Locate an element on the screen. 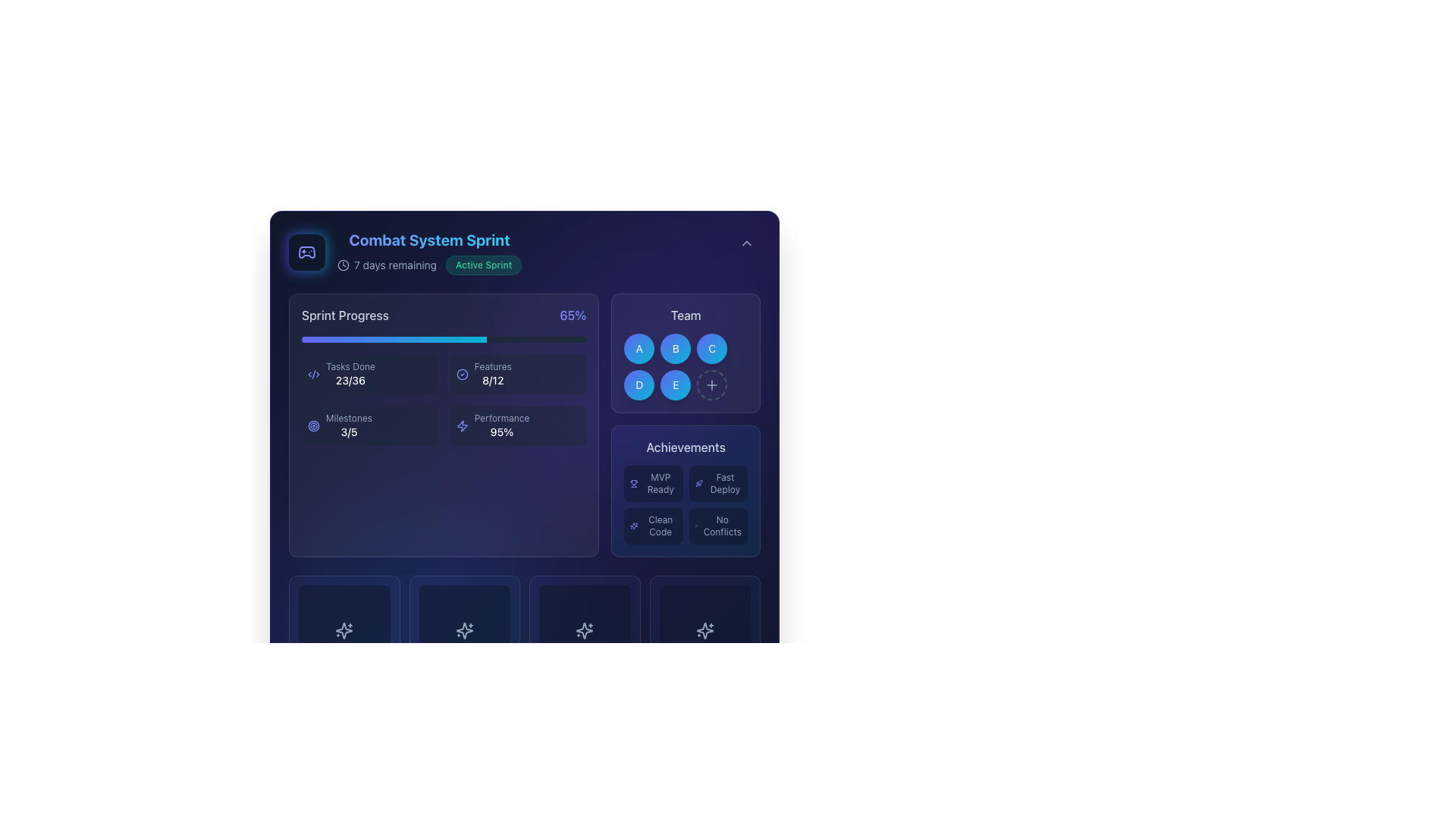  the energy-related icon located in the lower-left corner of the dark interface is located at coordinates (461, 426).